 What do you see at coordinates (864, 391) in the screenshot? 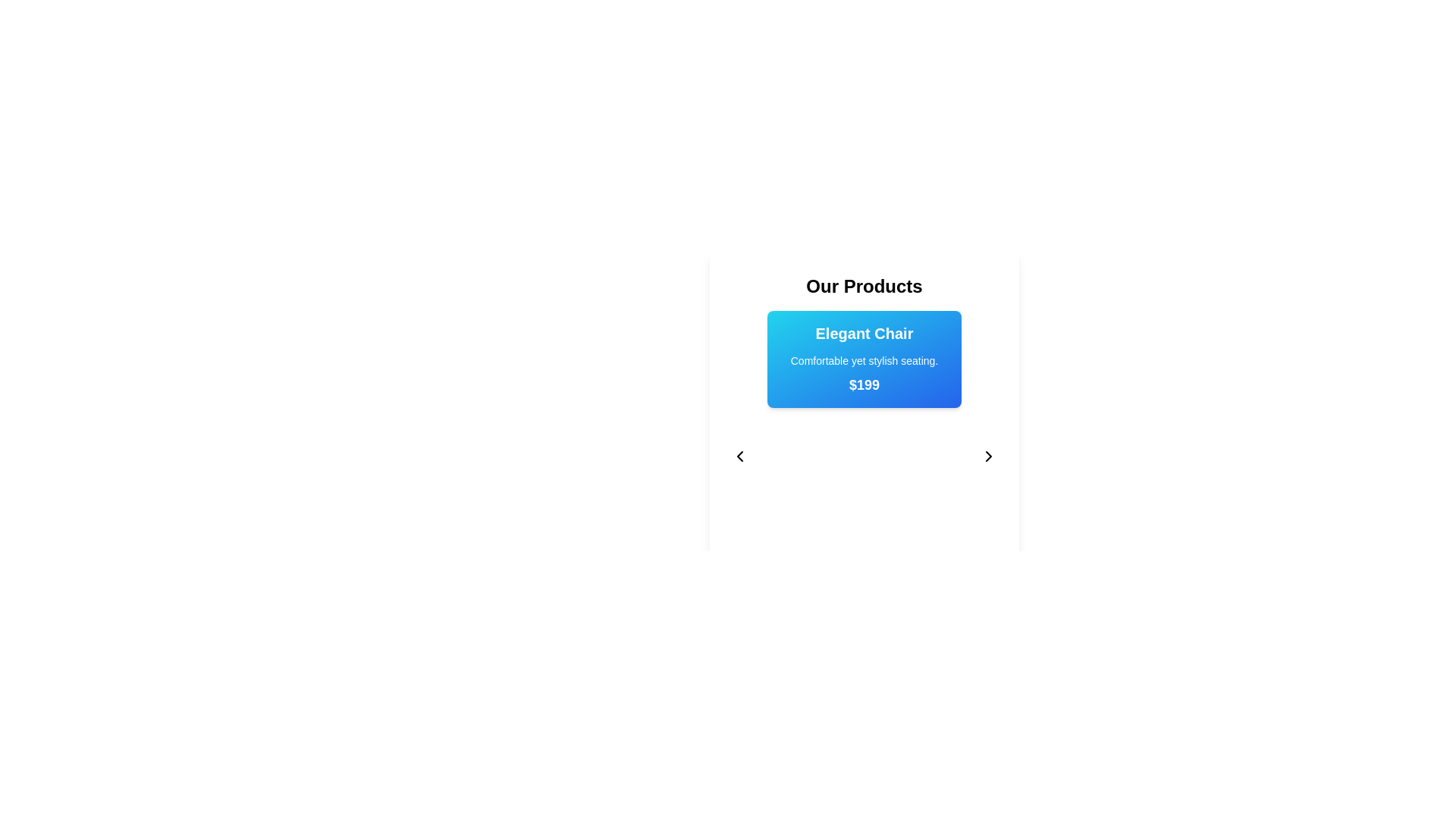
I see `the product card titled 'Elegant Chair', which features a gradient background from cyan to blue, with the price '$199' displayed at the bottom` at bounding box center [864, 391].